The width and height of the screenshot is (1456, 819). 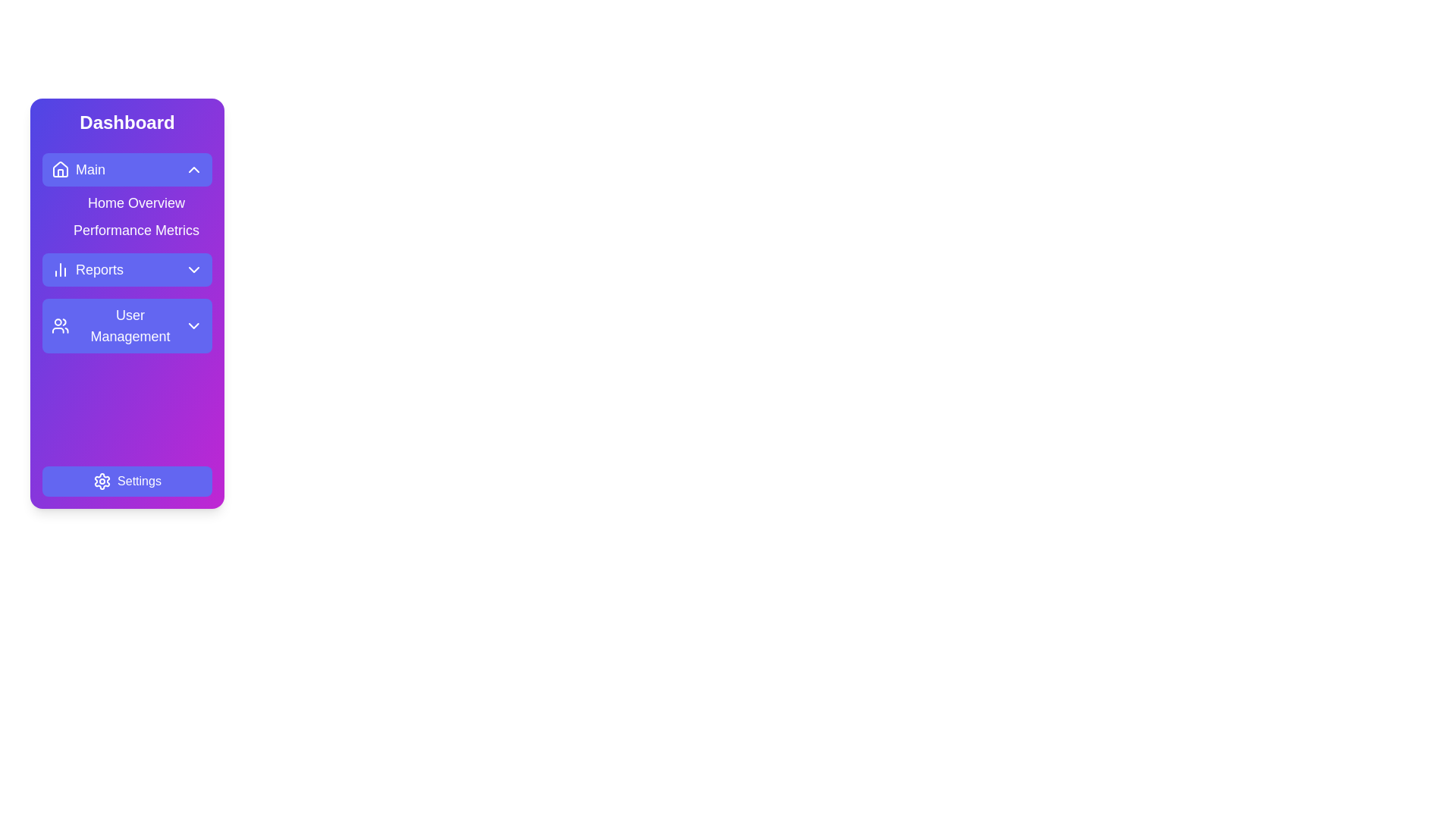 I want to click on the navigation button that directs to the 'Home Overview' section, located below the 'Main' section and above the 'Performance Metrics' button, to change its appearance, so click(x=136, y=202).